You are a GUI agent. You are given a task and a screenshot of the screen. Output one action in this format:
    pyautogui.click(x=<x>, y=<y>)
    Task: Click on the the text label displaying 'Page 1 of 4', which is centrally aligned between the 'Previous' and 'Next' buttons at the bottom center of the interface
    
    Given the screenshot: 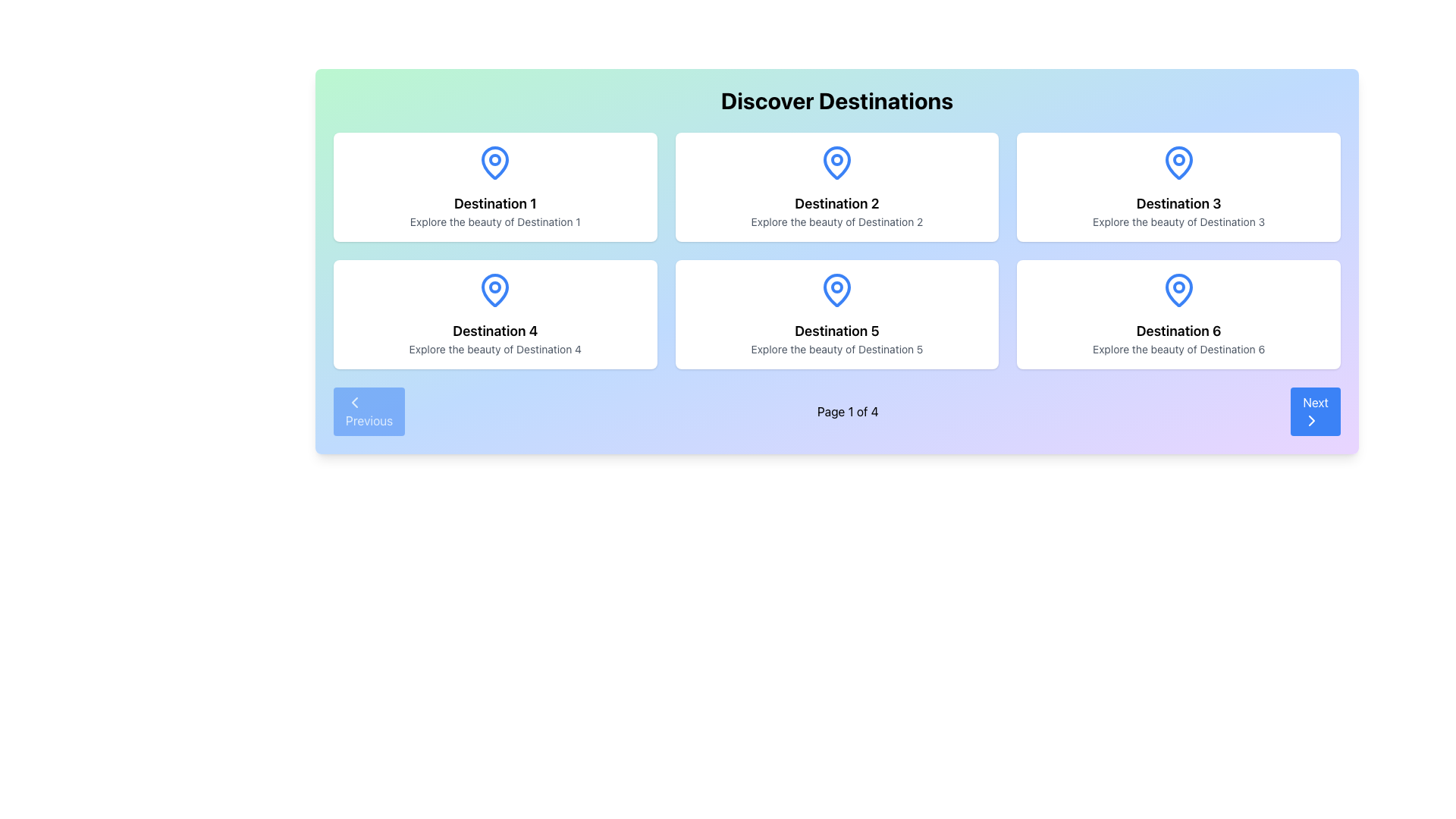 What is the action you would take?
    pyautogui.click(x=847, y=412)
    